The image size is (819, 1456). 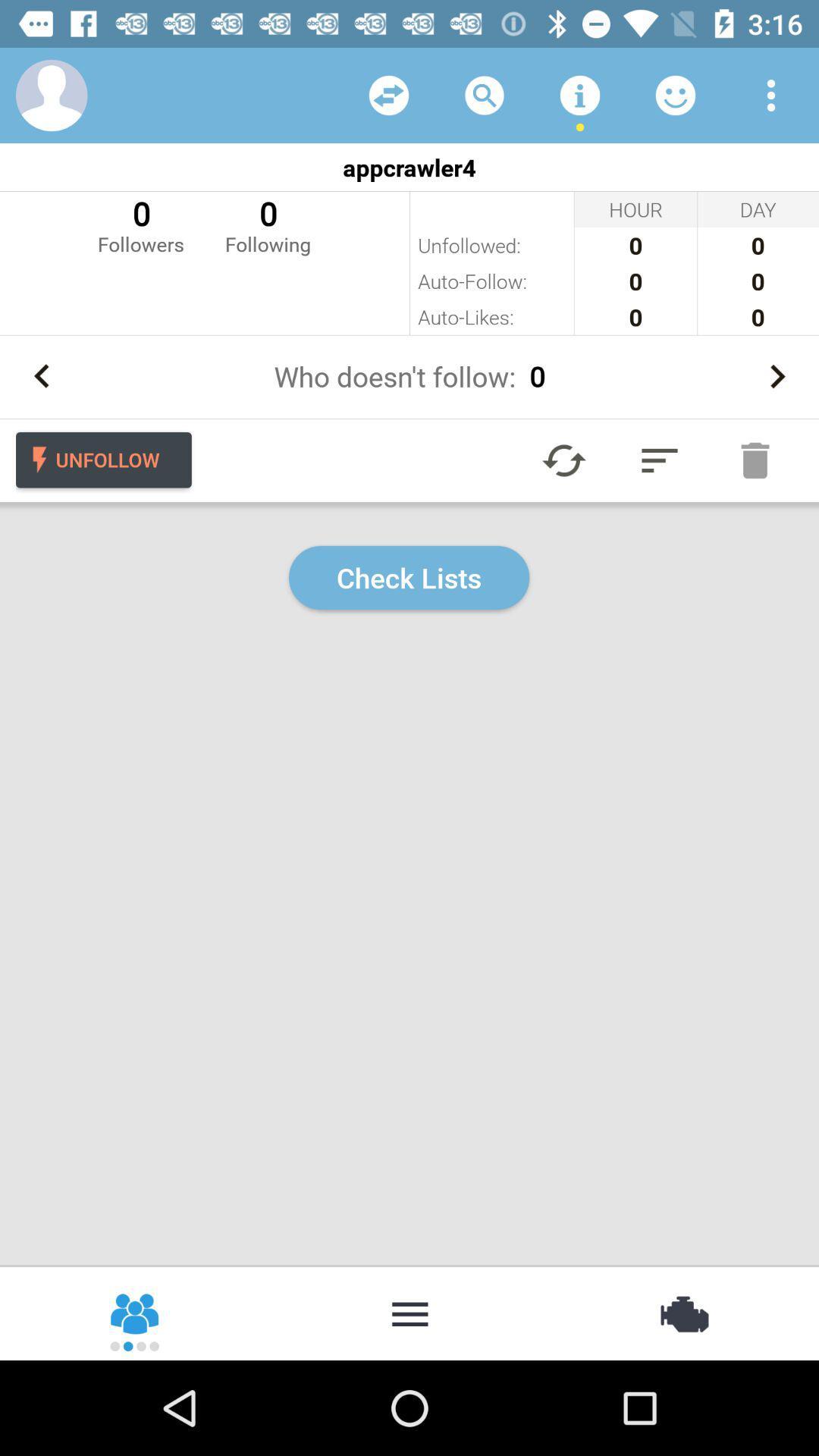 What do you see at coordinates (659, 460) in the screenshot?
I see `the filter_list icon` at bounding box center [659, 460].